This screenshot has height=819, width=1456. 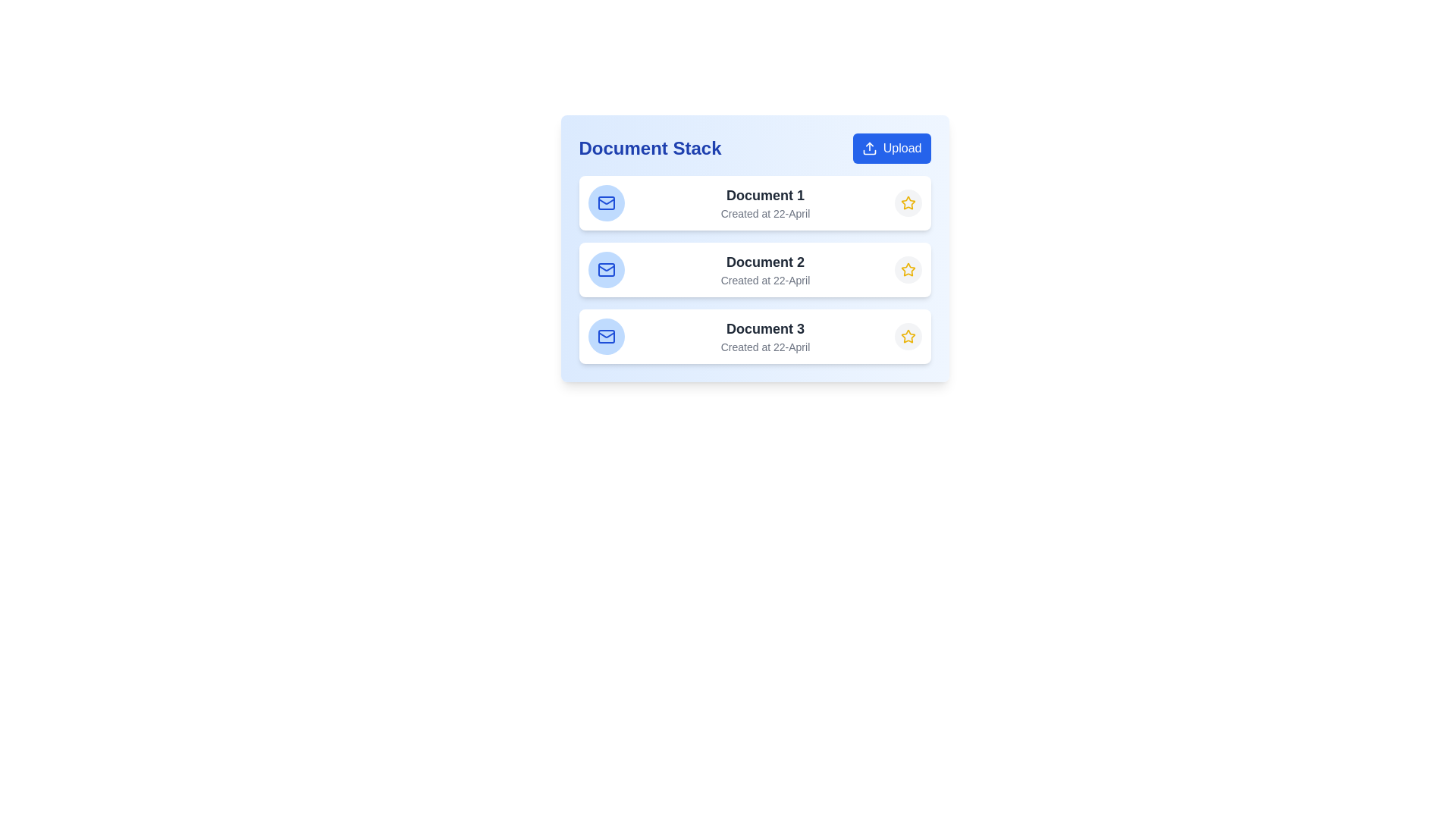 I want to click on the document card at the top of the Document Stack list, so click(x=755, y=202).